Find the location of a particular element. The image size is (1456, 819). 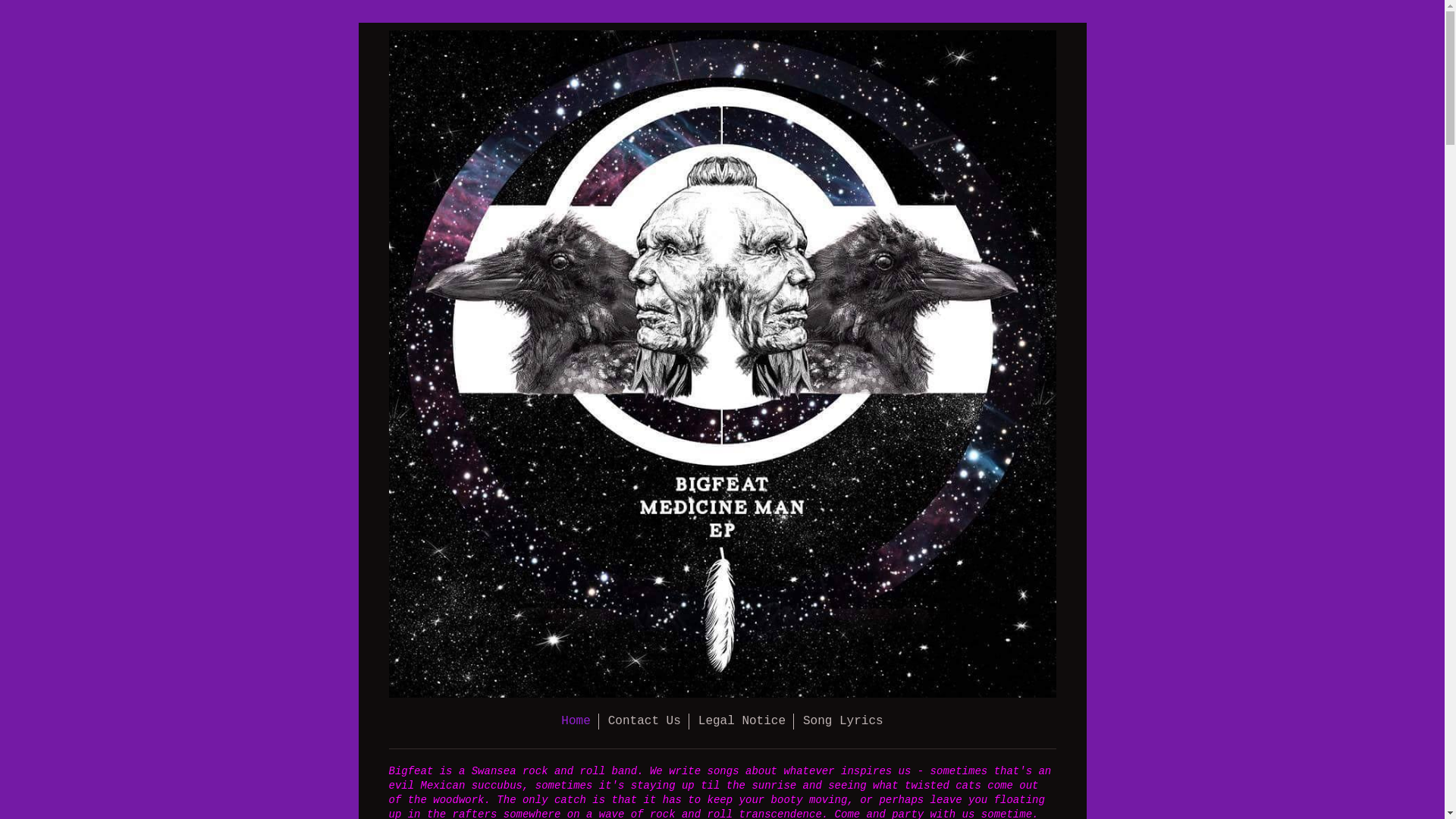

'Home' is located at coordinates (575, 720).